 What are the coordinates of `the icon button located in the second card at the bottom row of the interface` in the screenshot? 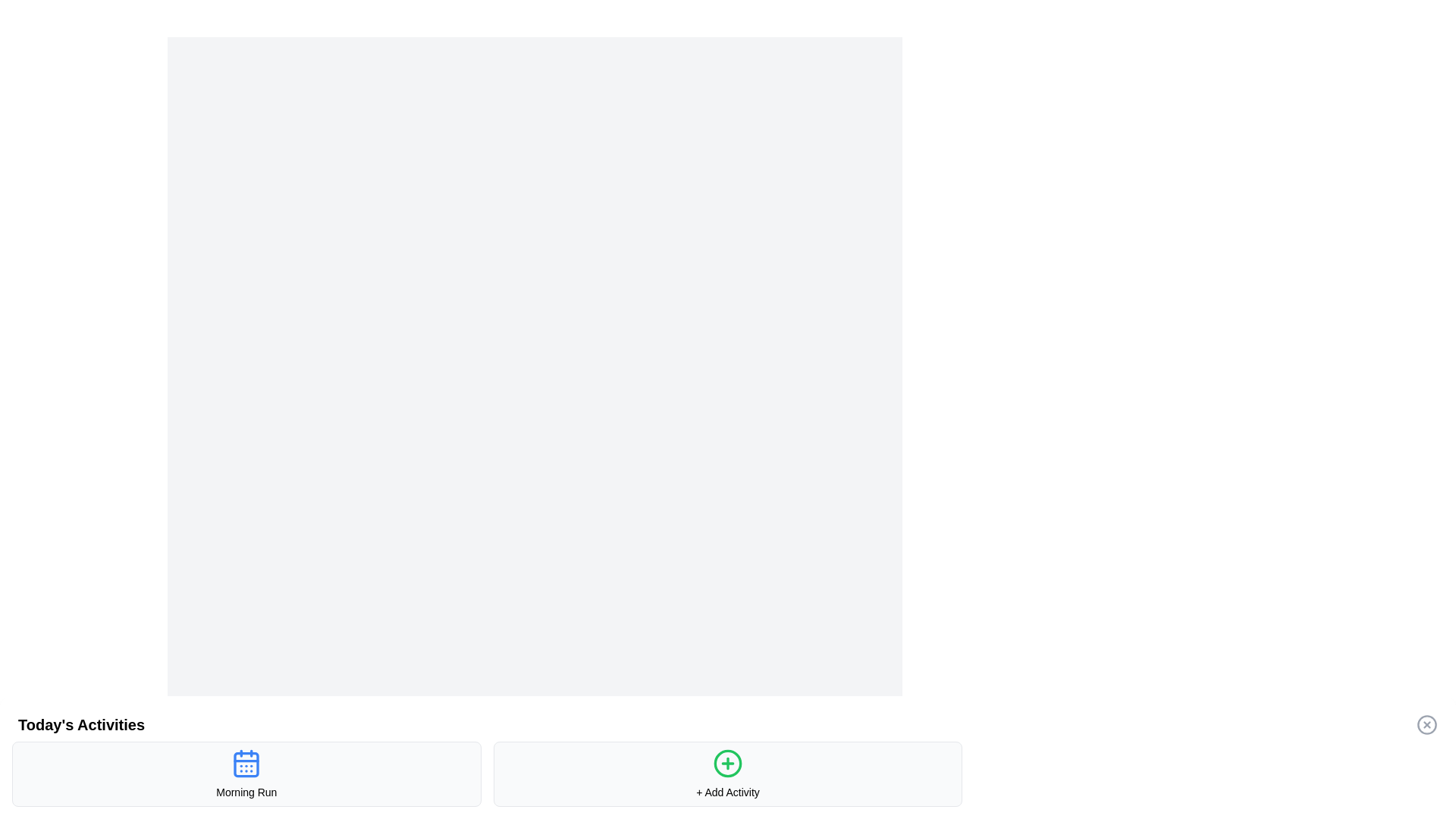 It's located at (728, 763).